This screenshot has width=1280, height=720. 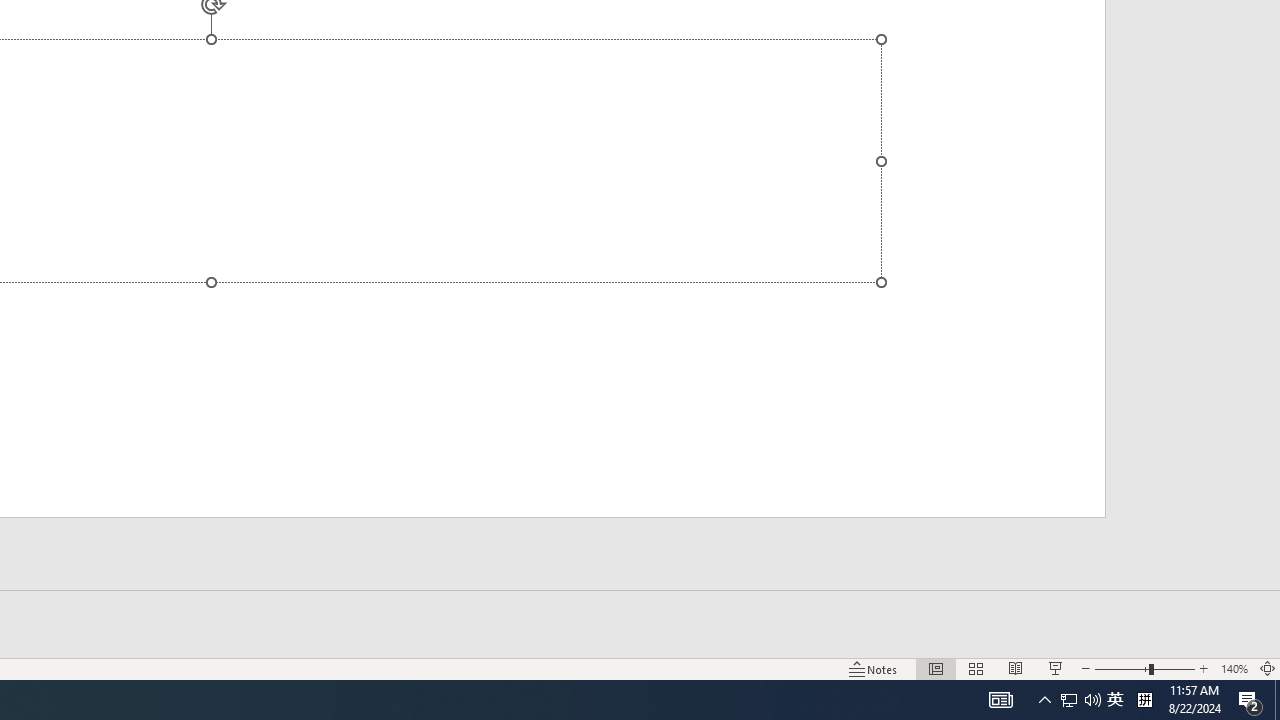 What do you see at coordinates (1233, 669) in the screenshot?
I see `'Zoom 140%'` at bounding box center [1233, 669].